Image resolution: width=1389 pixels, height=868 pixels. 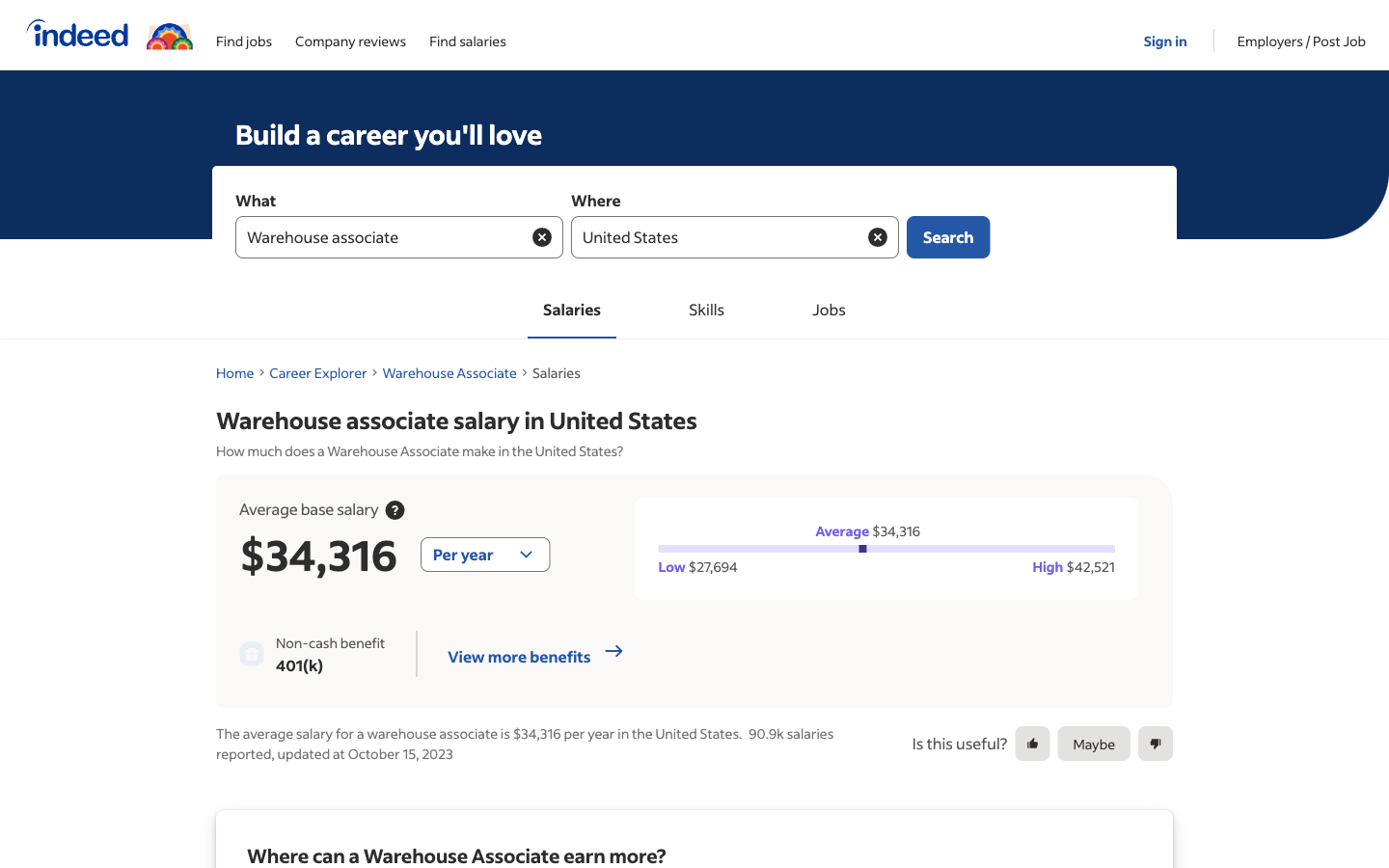 I want to click on Navigate back to the page of Warehouse Associate, so click(x=449, y=372).